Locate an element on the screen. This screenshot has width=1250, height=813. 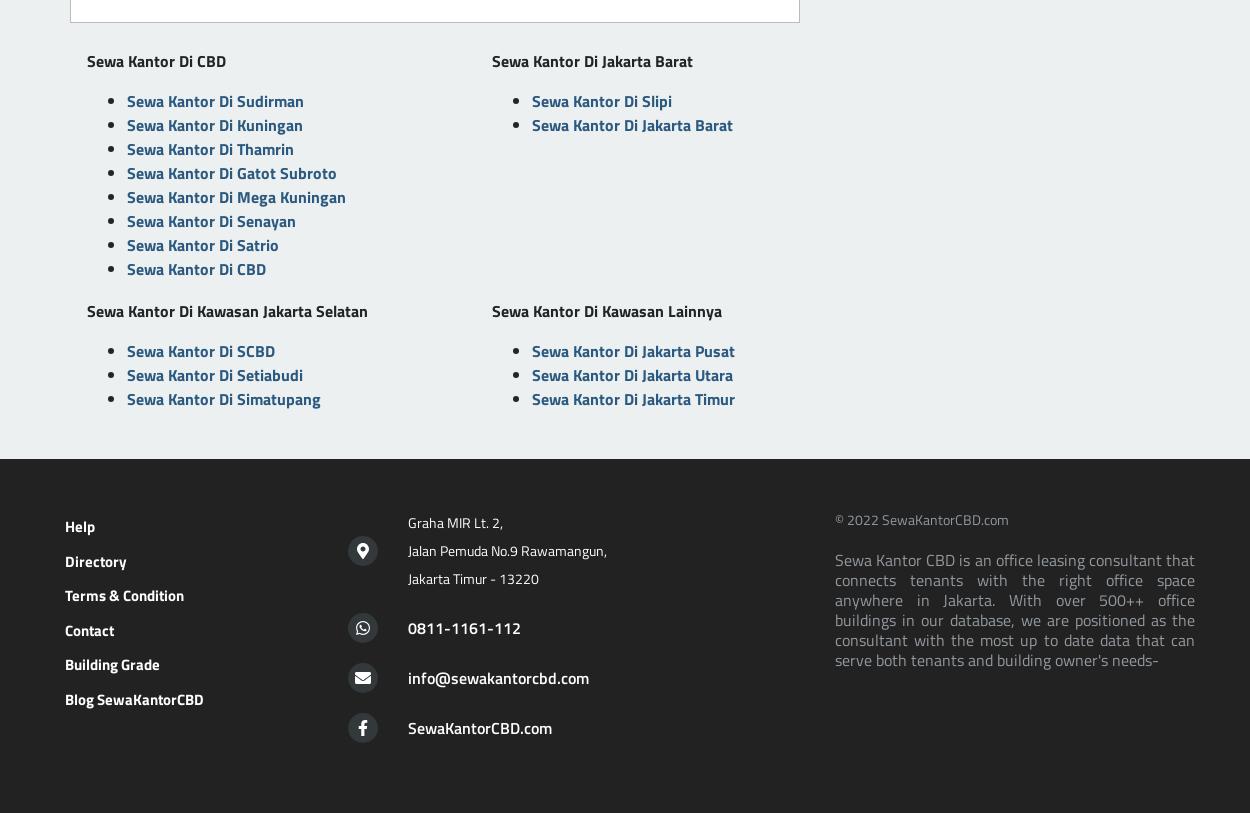
'Sewa Kantor Di Sudirman' is located at coordinates (214, 99).